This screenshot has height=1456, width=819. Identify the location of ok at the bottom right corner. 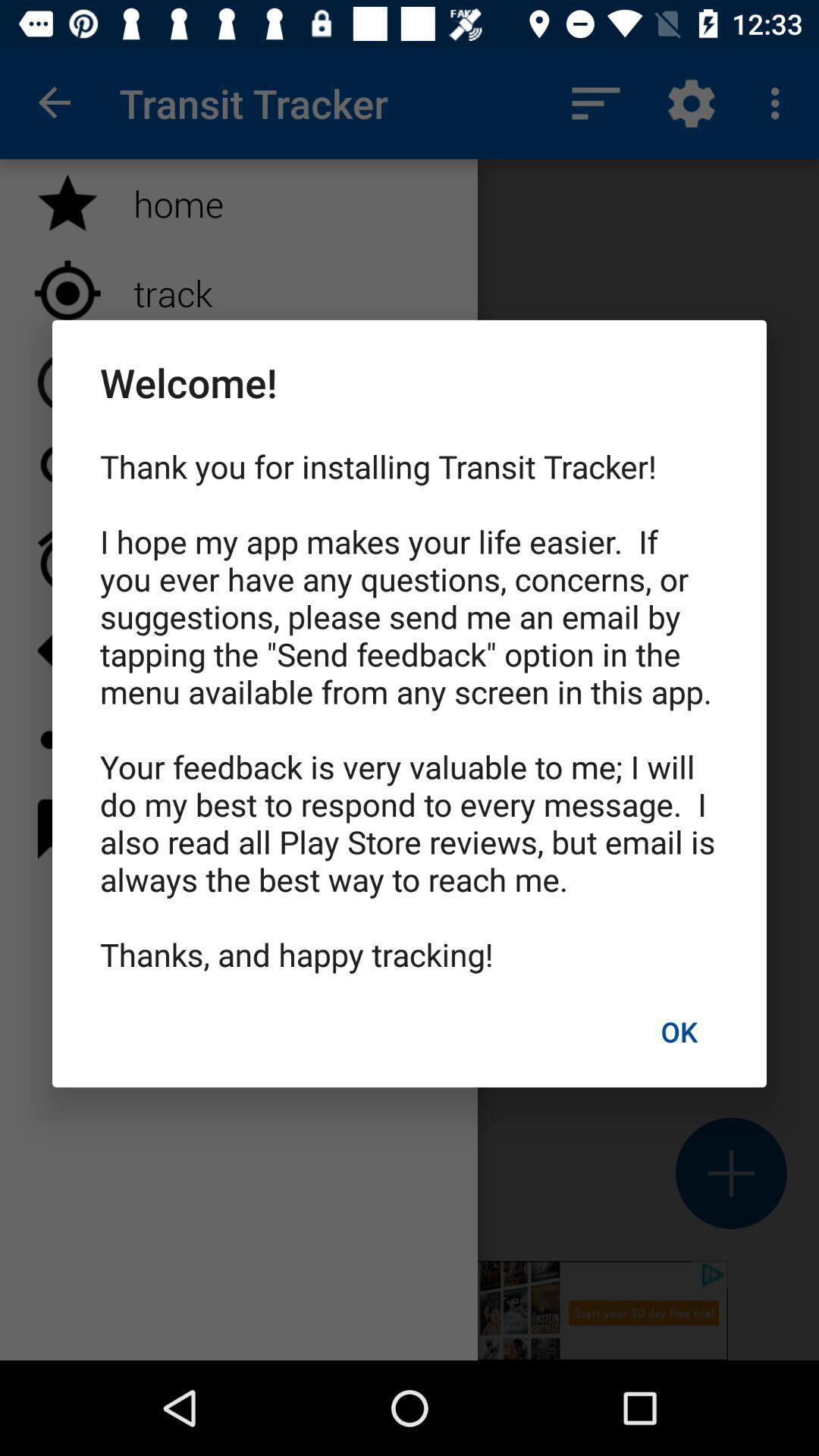
(678, 1031).